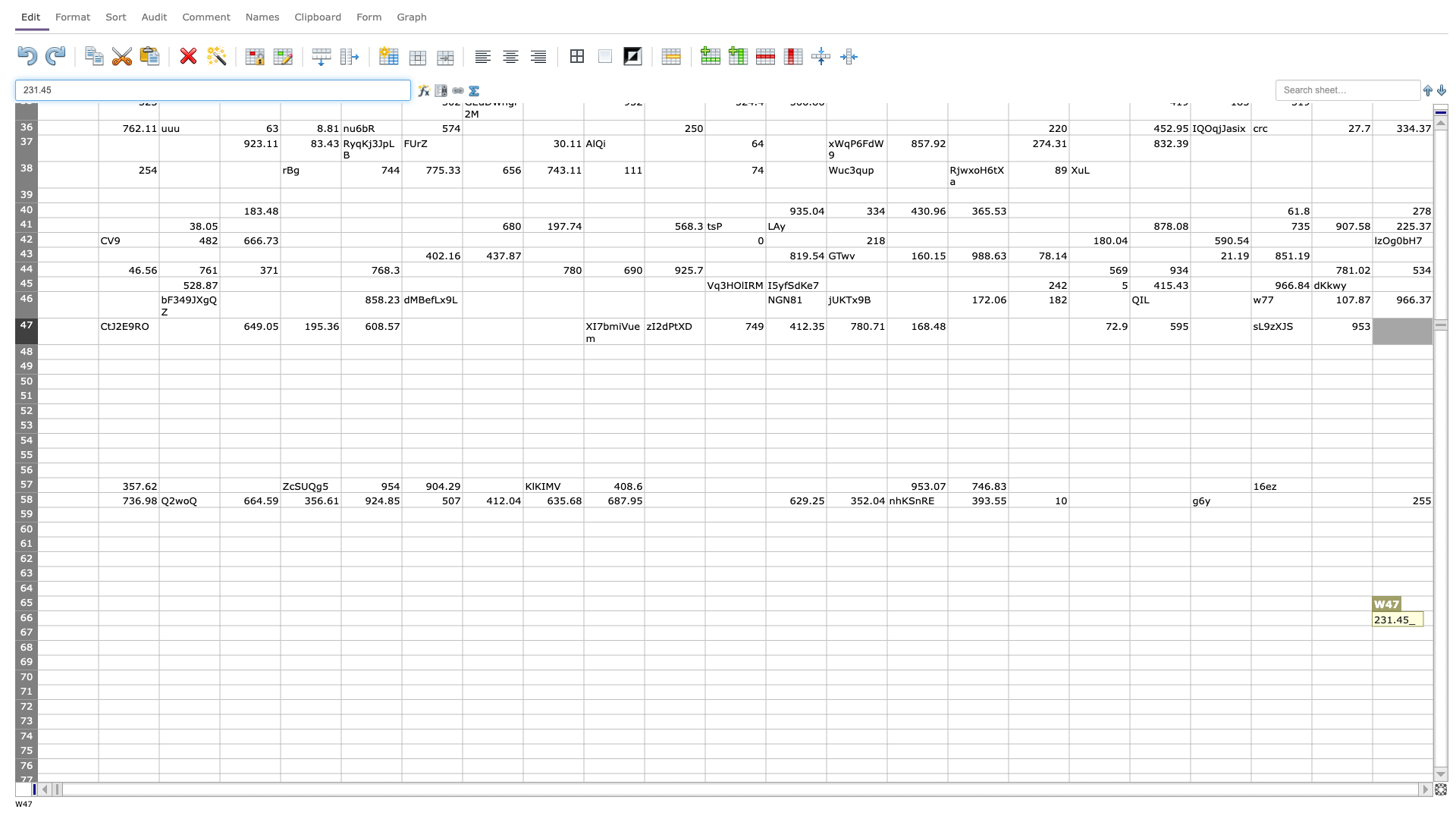 Image resolution: width=1456 pixels, height=819 pixels. What do you see at coordinates (159, 654) in the screenshot?
I see `bottom right corner of B68` at bounding box center [159, 654].